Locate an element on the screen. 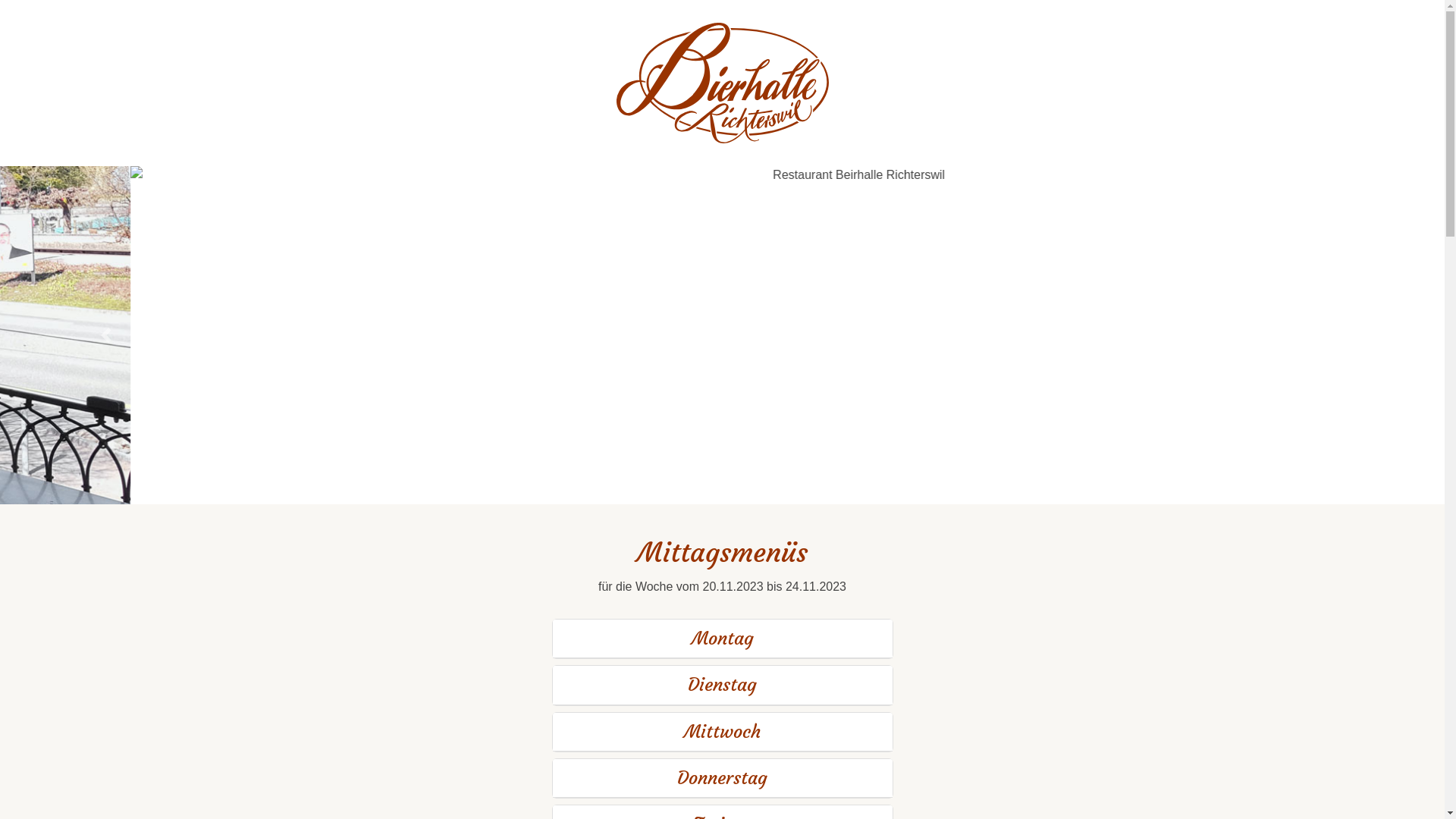  'Montag' is located at coordinates (720, 638).